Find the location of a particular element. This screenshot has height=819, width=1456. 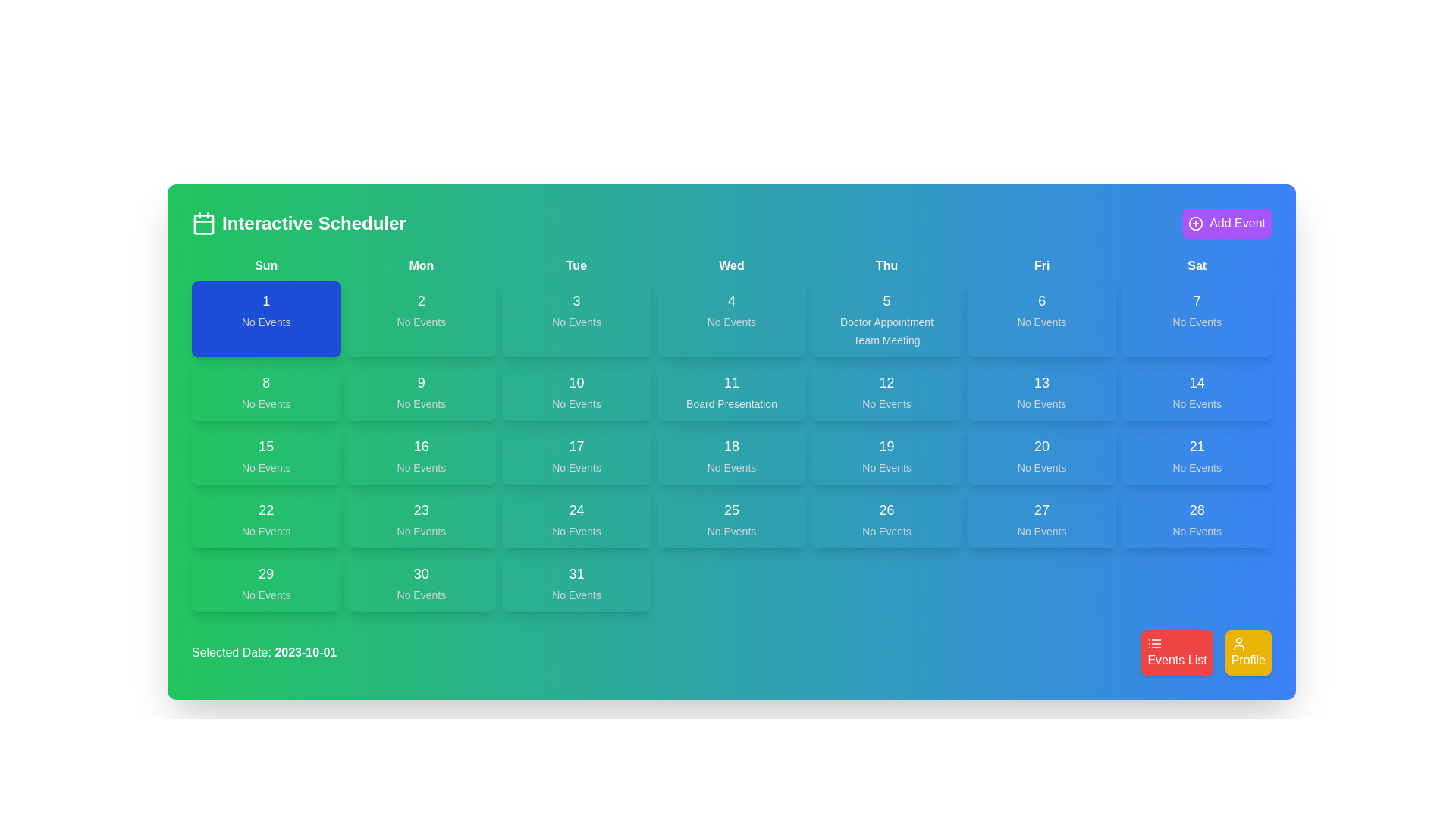

the Date cell in the calendar grid that displays the date and event status for the 17th of the month, located under 'Tue' in the third column and fourth row is located at coordinates (576, 455).